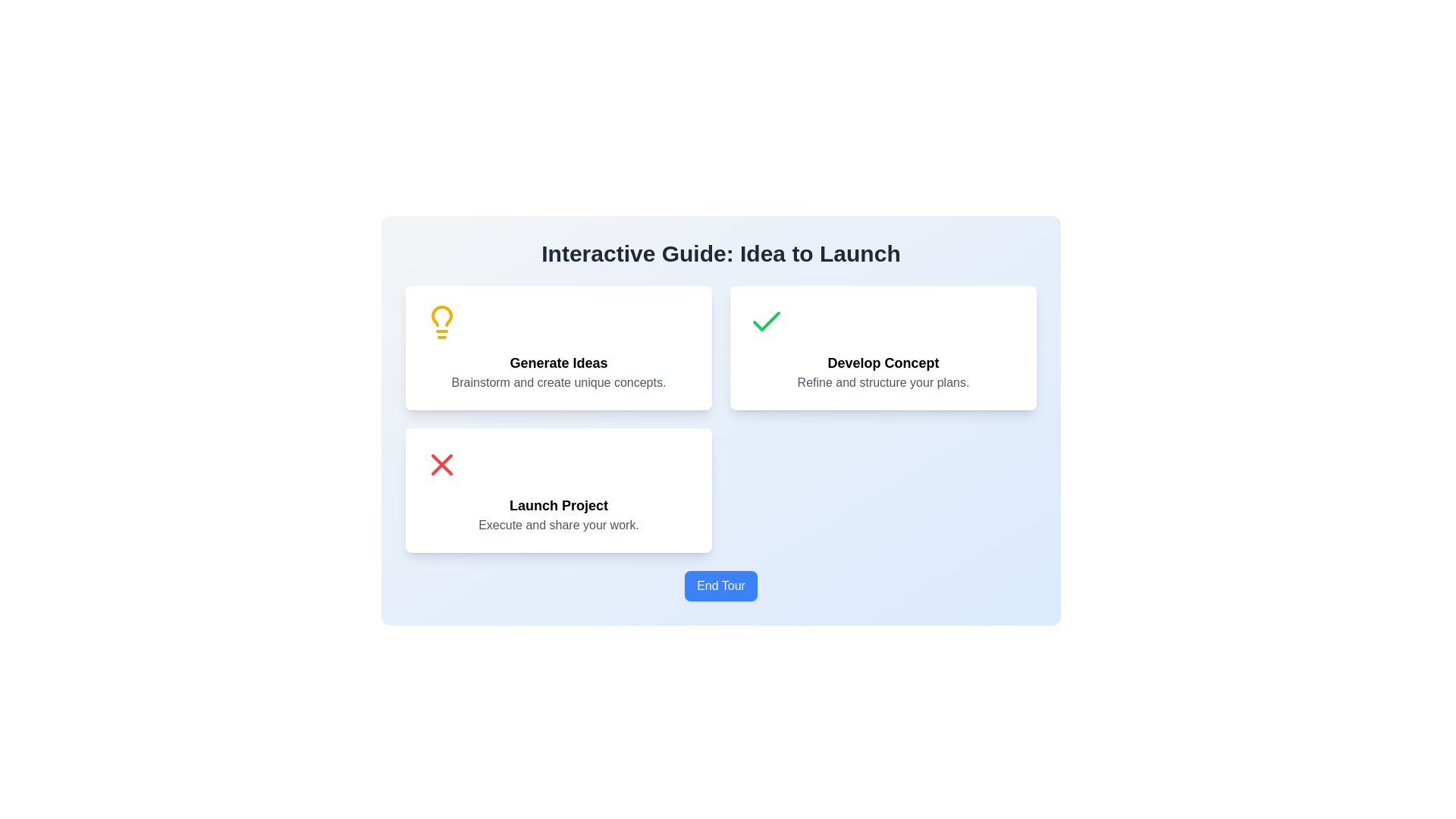  Describe the element at coordinates (720, 585) in the screenshot. I see `the button located centrally at the bottom of the interface to end the currently displayed tour or session` at that location.